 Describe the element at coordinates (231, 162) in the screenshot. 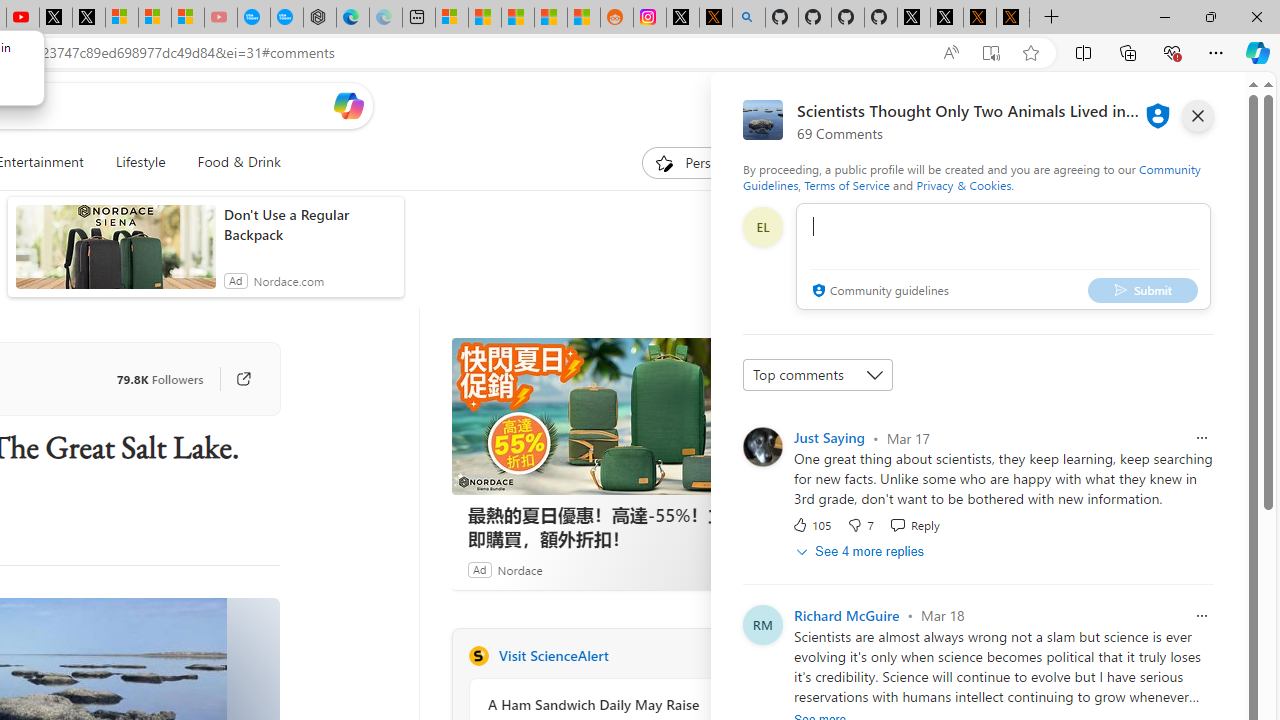

I see `'Food & Drink'` at that location.